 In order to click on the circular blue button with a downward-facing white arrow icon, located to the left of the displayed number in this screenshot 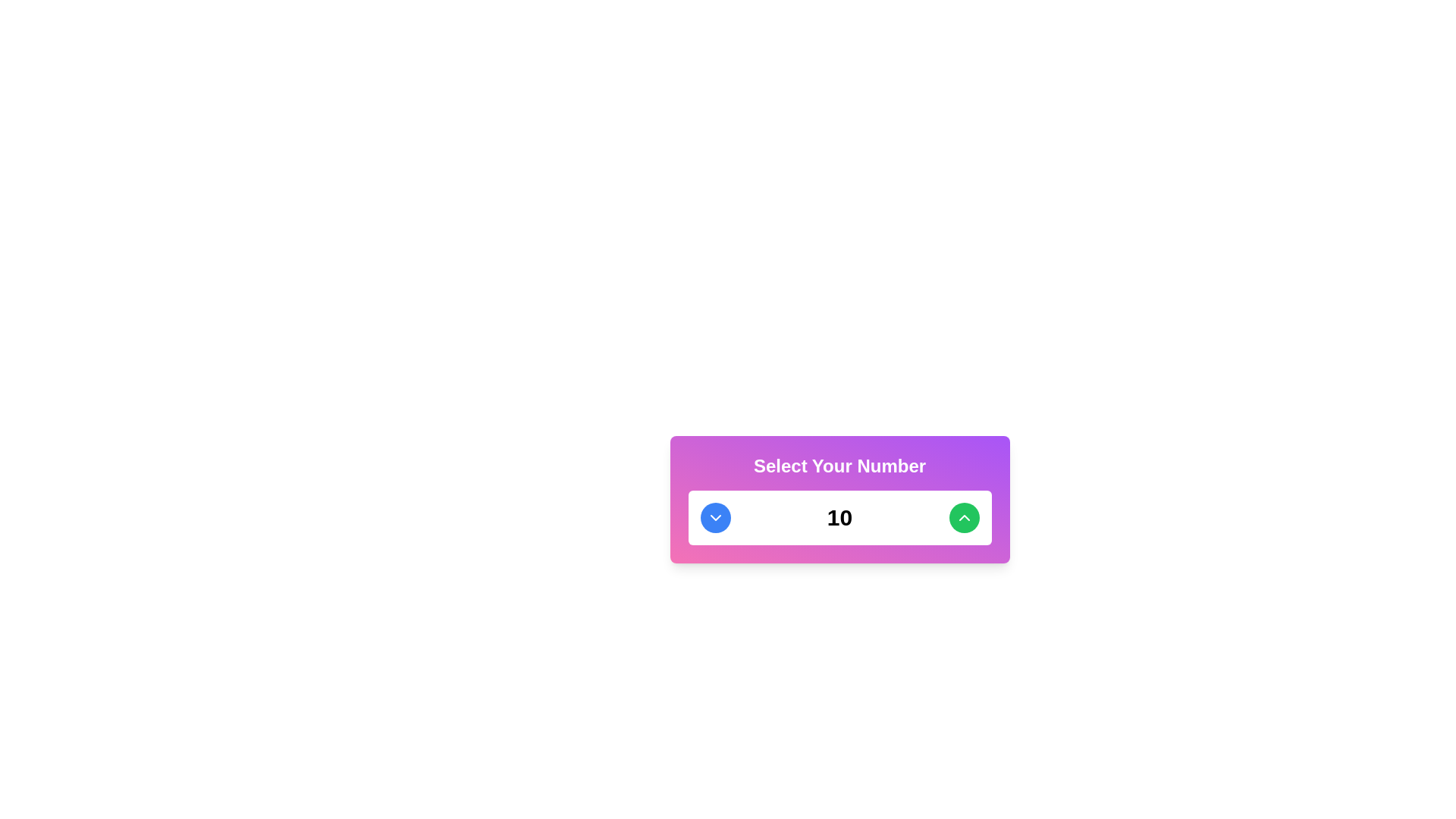, I will do `click(714, 516)`.